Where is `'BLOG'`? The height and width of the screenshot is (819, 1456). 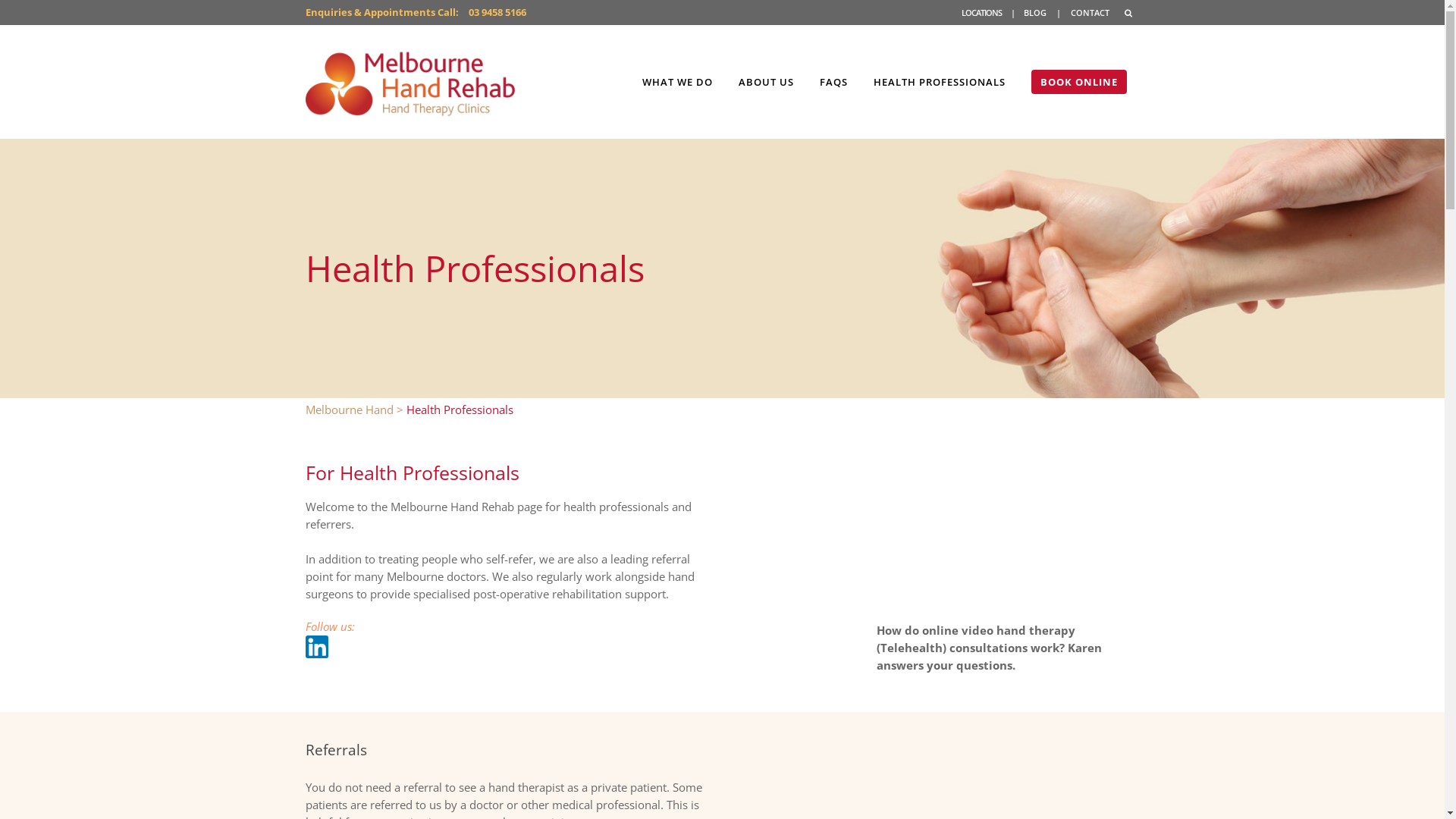
'BLOG' is located at coordinates (1023, 12).